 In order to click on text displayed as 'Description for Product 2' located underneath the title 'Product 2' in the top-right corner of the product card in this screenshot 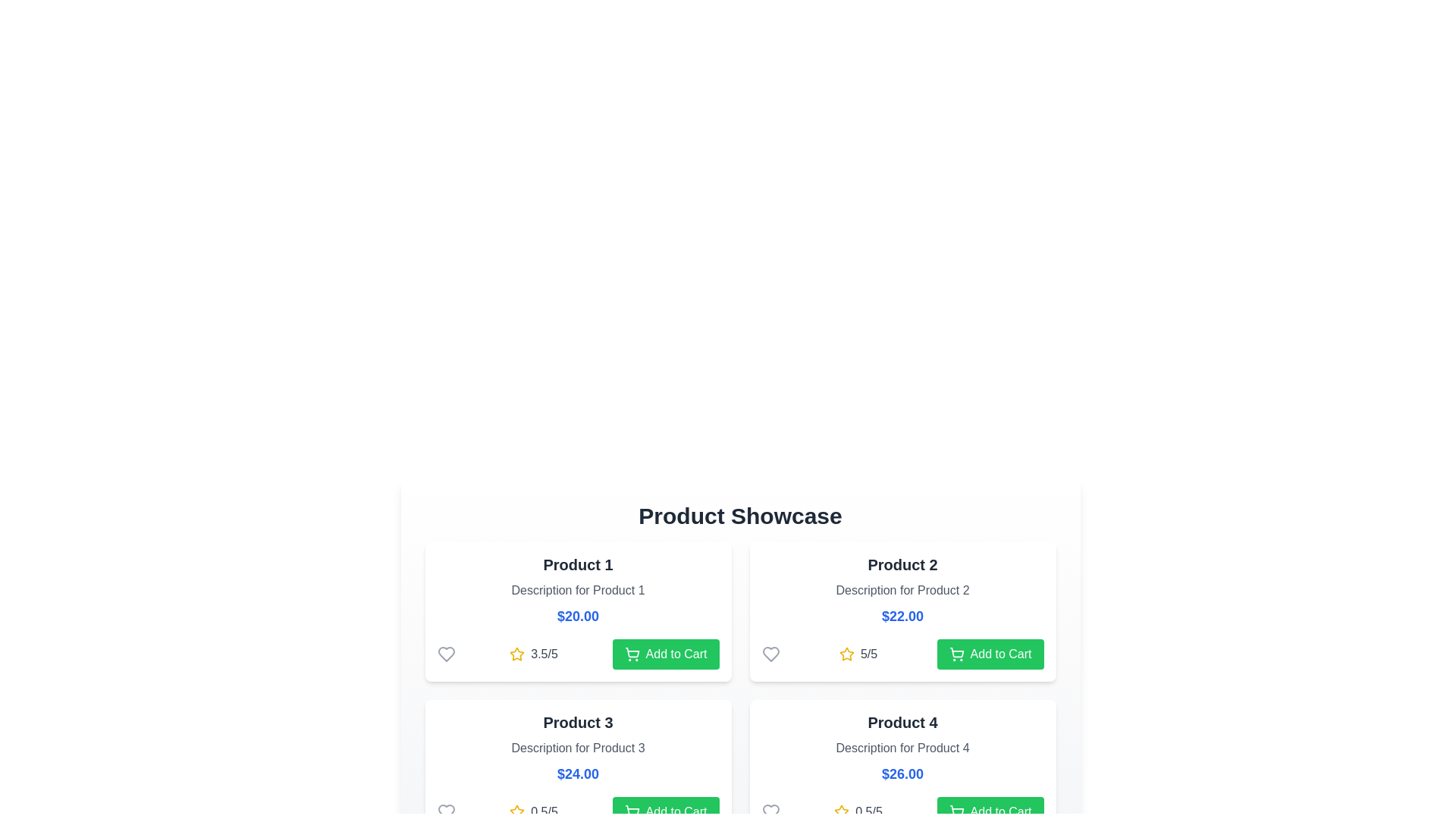, I will do `click(902, 590)`.